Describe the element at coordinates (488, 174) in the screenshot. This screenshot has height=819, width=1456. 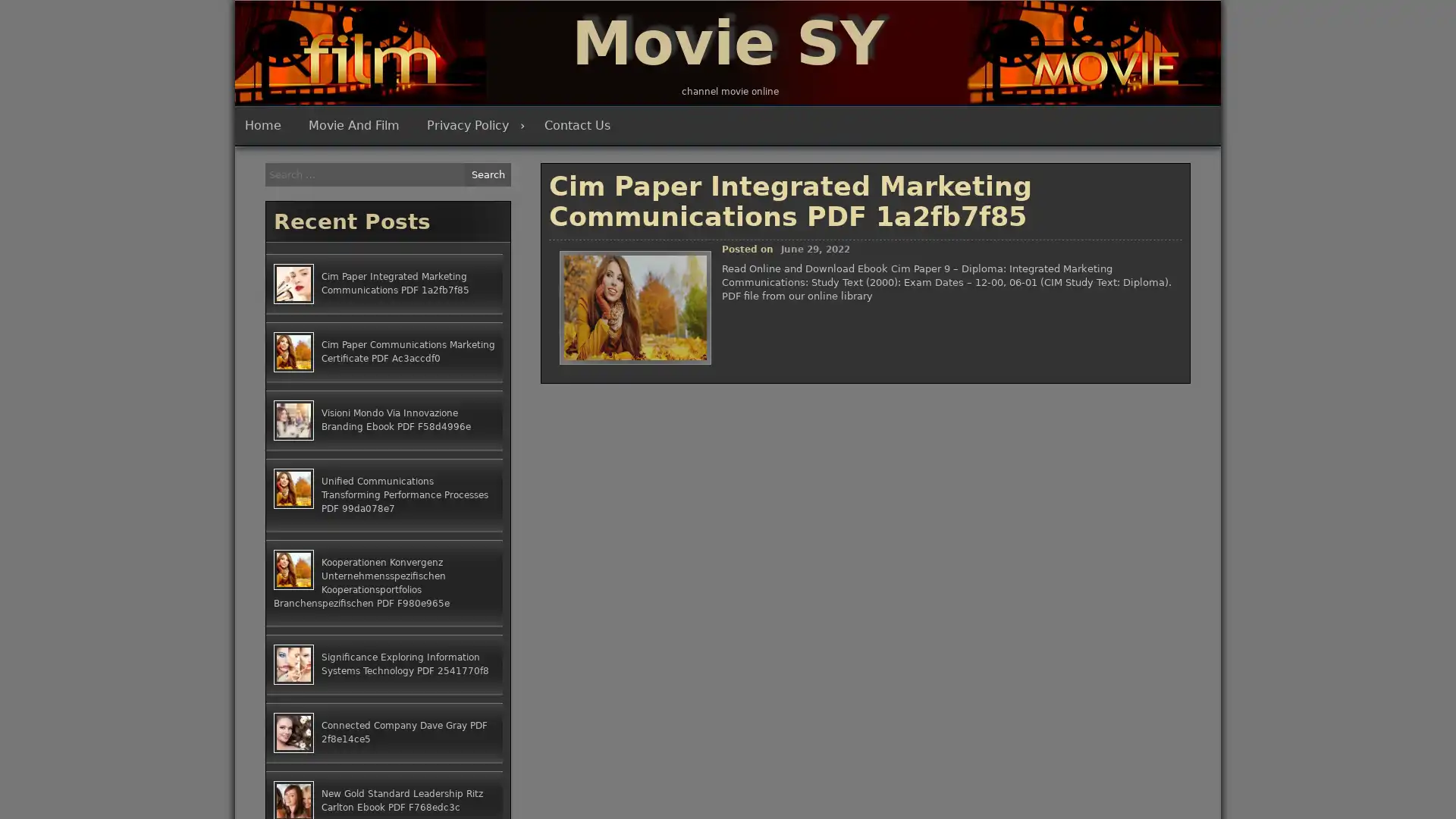
I see `Search` at that location.